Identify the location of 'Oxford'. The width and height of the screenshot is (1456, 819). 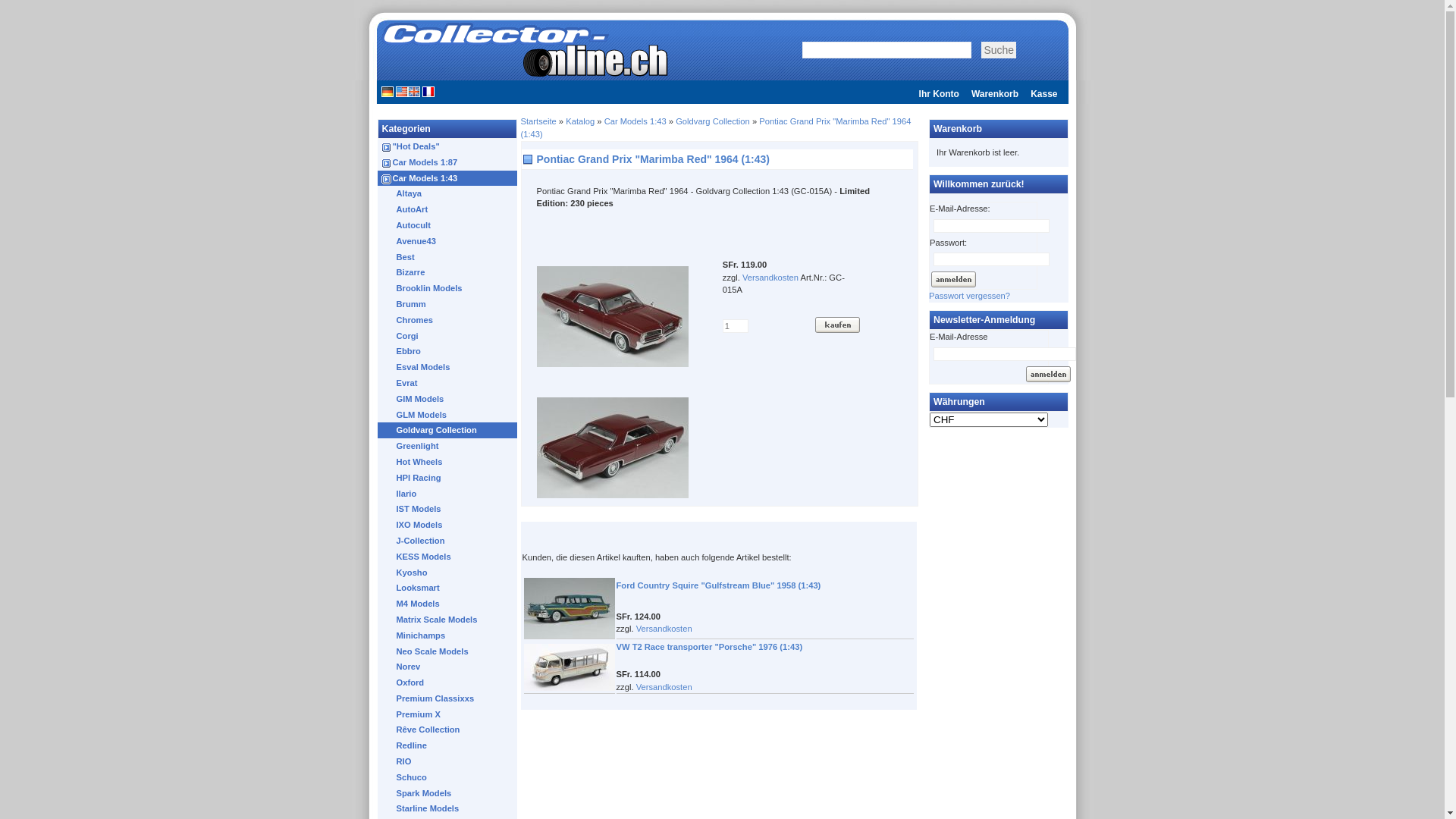
(449, 682).